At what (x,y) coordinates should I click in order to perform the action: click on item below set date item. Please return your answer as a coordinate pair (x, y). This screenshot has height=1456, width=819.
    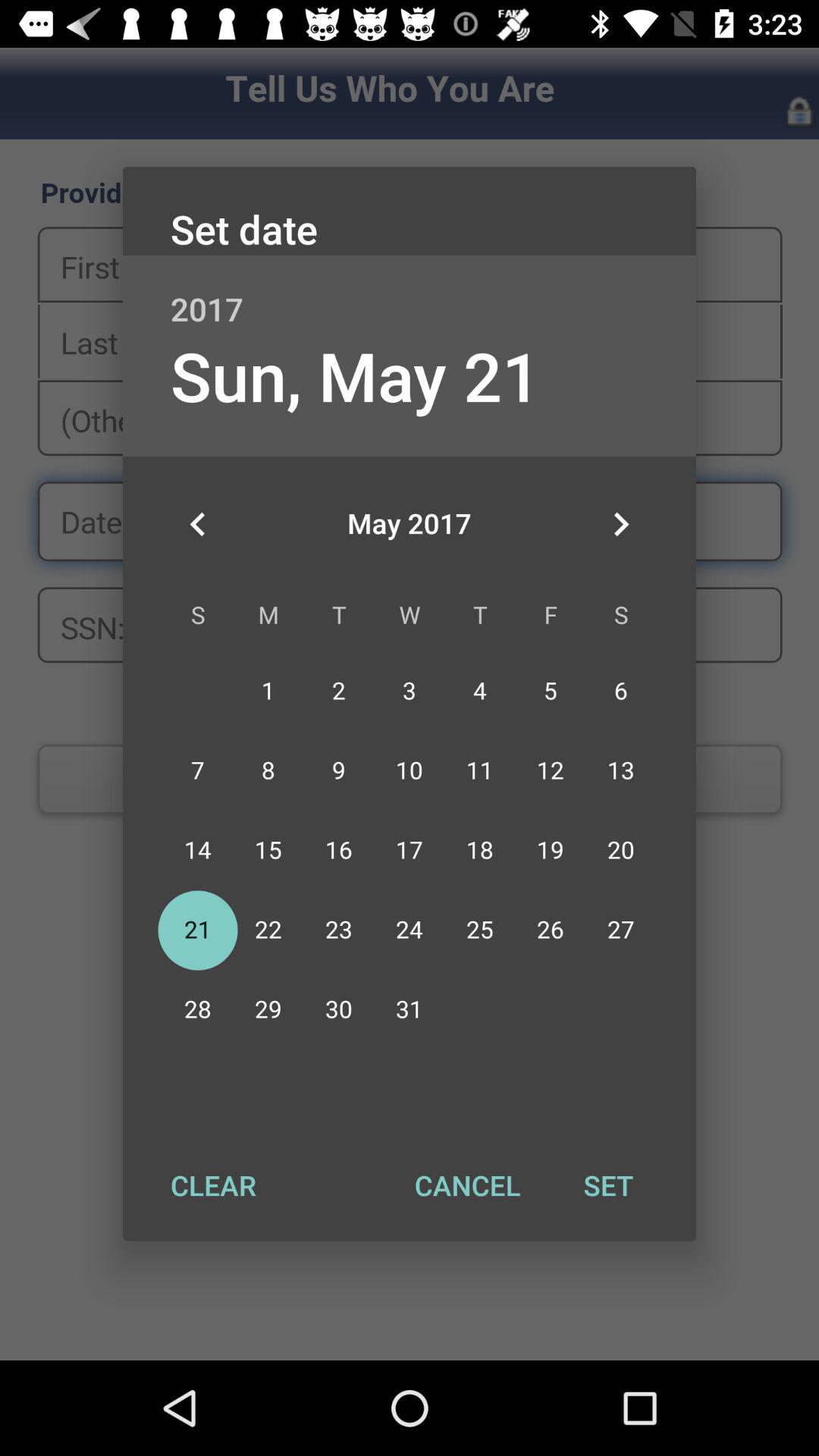
    Looking at the image, I should click on (409, 293).